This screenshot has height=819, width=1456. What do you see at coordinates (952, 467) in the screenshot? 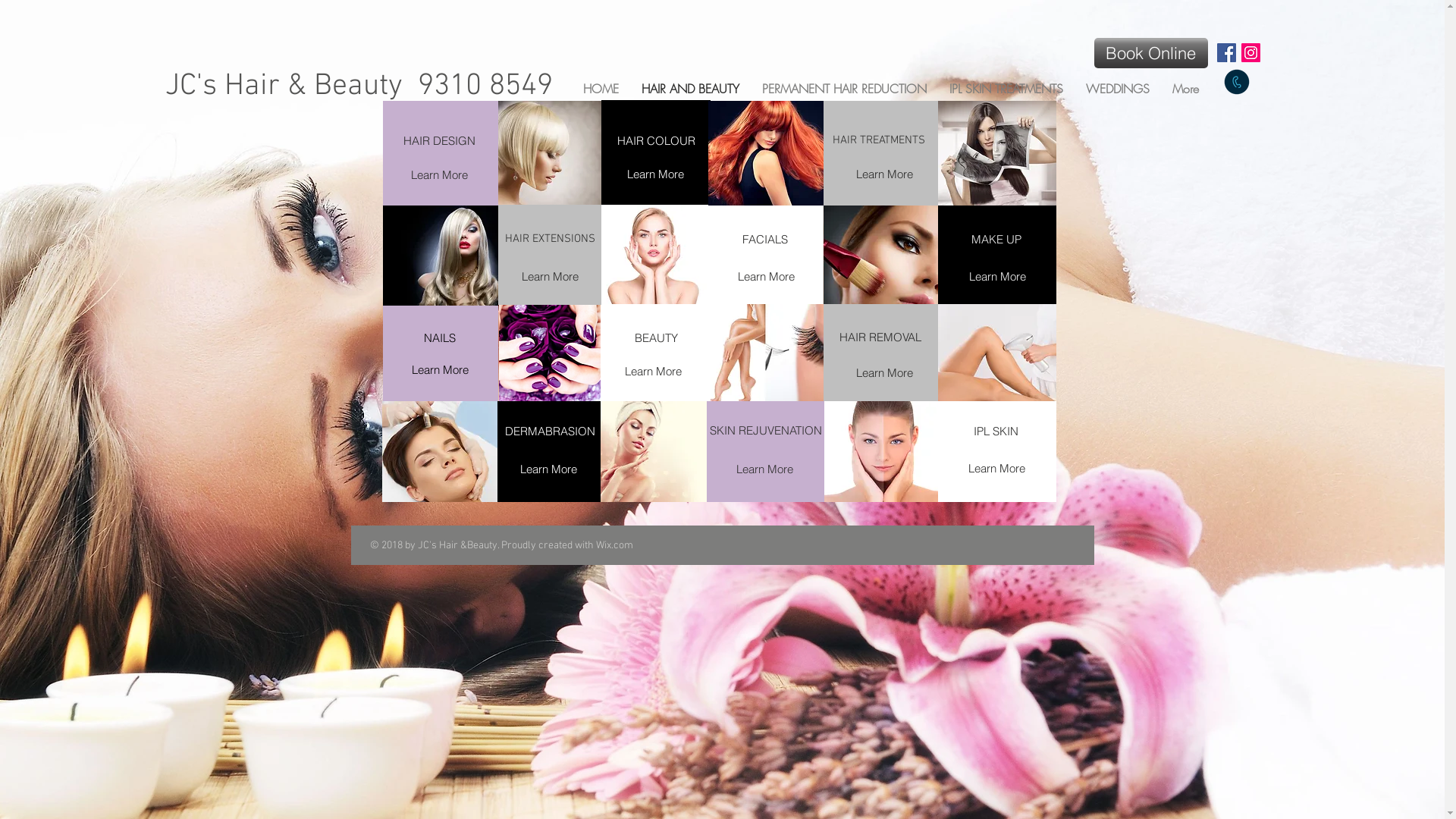
I see `'Learn More'` at bounding box center [952, 467].